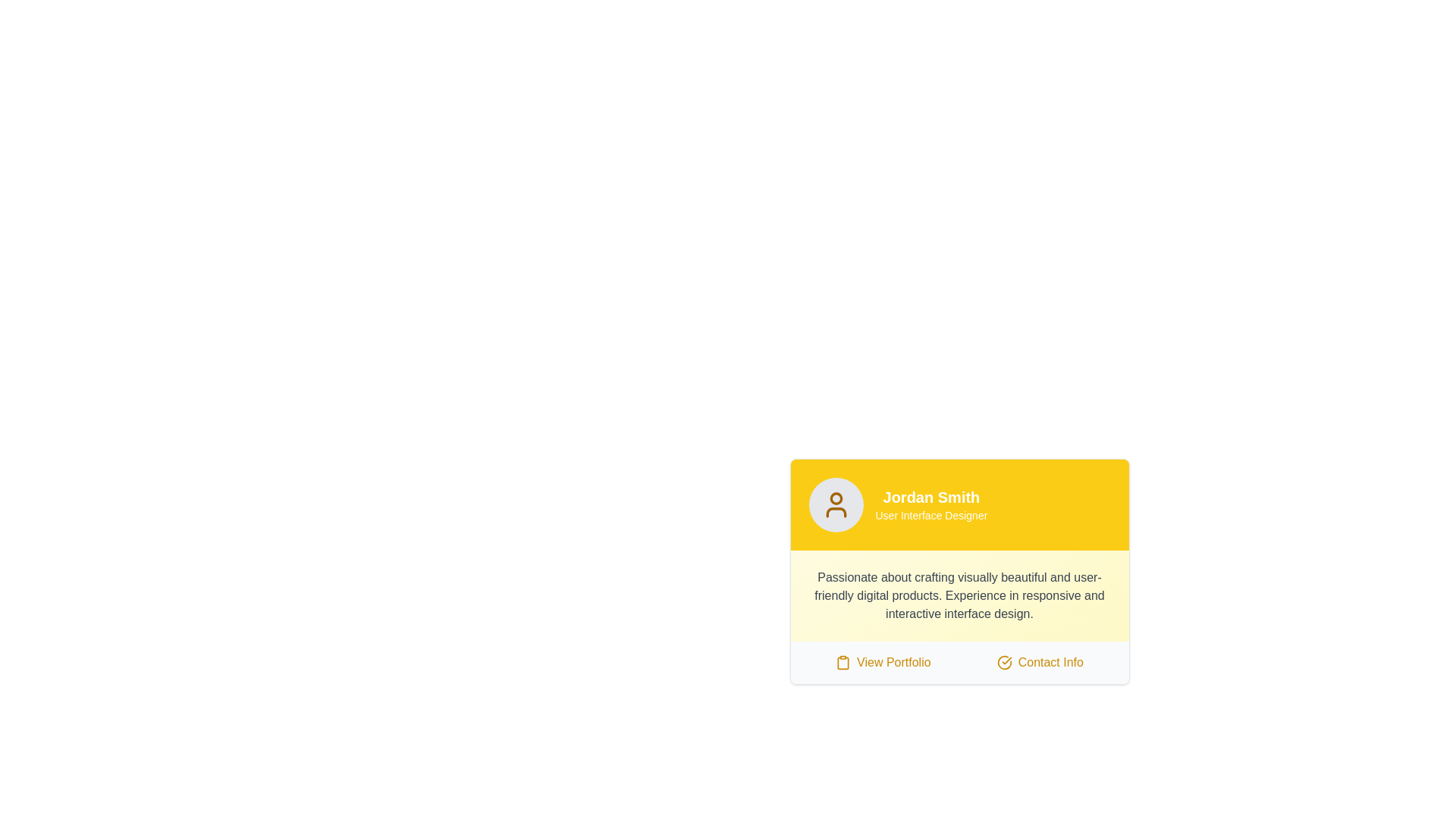  Describe the element at coordinates (1004, 662) in the screenshot. I see `the circular icon with a checkmark inside, positioned to the left of the 'Contact Info' text, within the clickable area of the card component` at that location.